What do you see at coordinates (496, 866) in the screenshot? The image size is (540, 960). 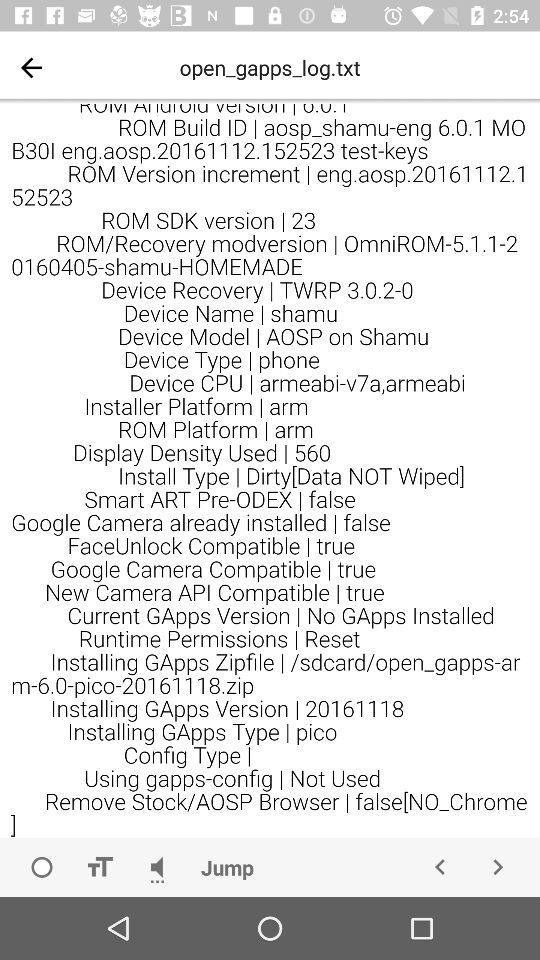 I see `the arrow_forward icon` at bounding box center [496, 866].